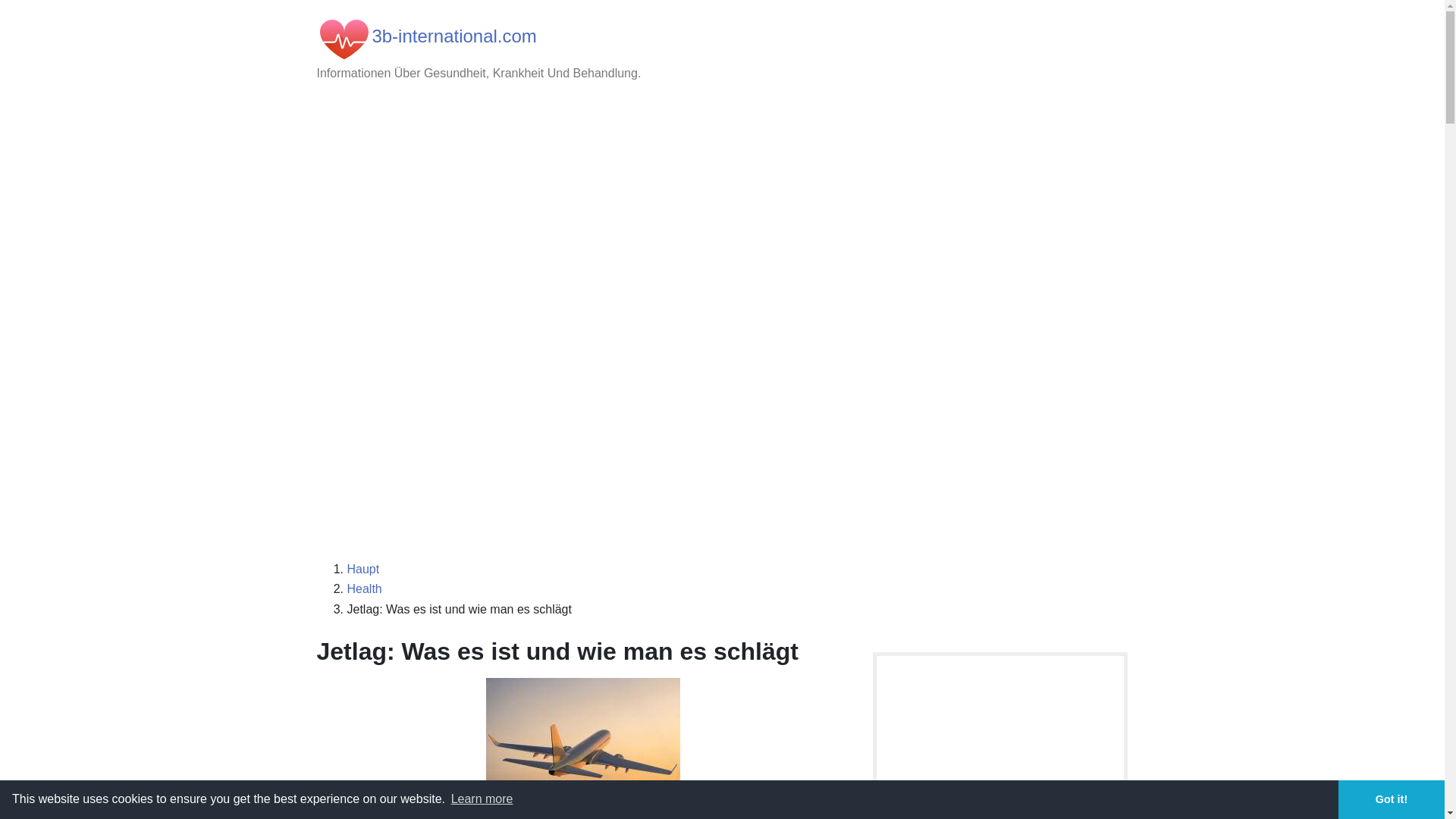 Image resolution: width=1456 pixels, height=819 pixels. What do you see at coordinates (722, 438) in the screenshot?
I see `'Advertisement'` at bounding box center [722, 438].